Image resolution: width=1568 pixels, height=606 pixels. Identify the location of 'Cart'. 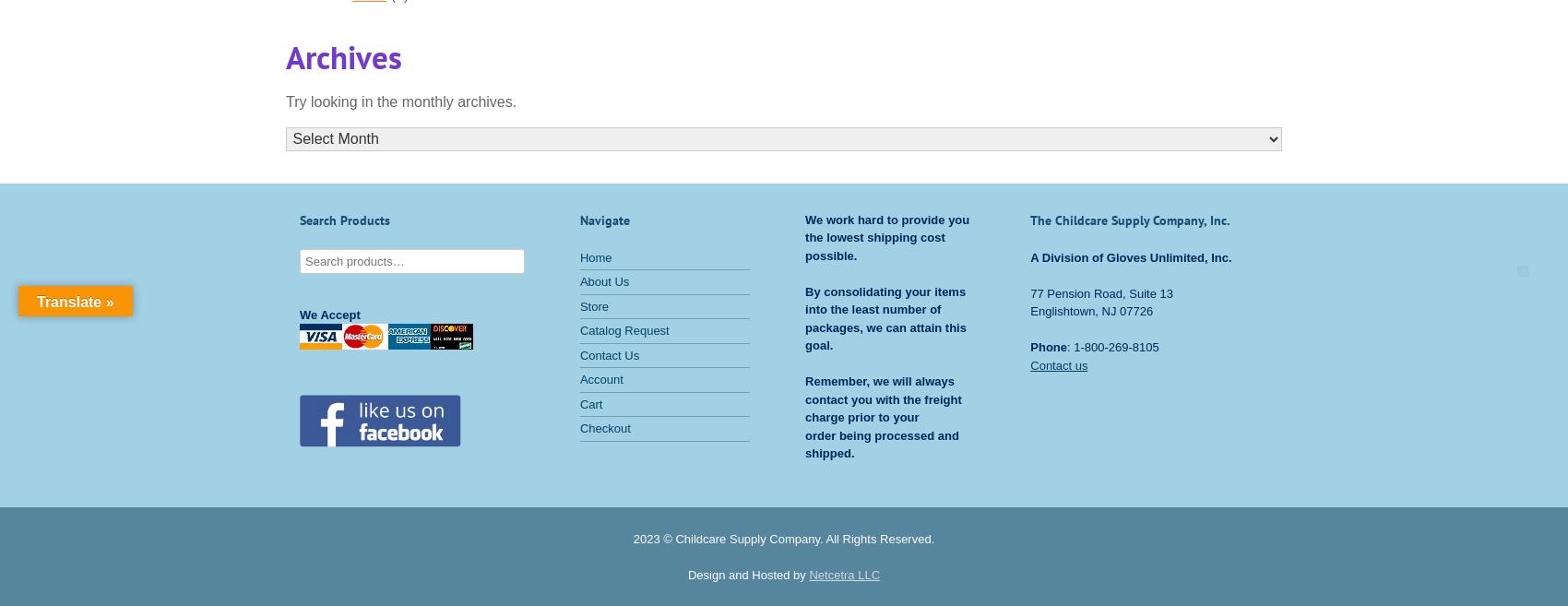
(590, 403).